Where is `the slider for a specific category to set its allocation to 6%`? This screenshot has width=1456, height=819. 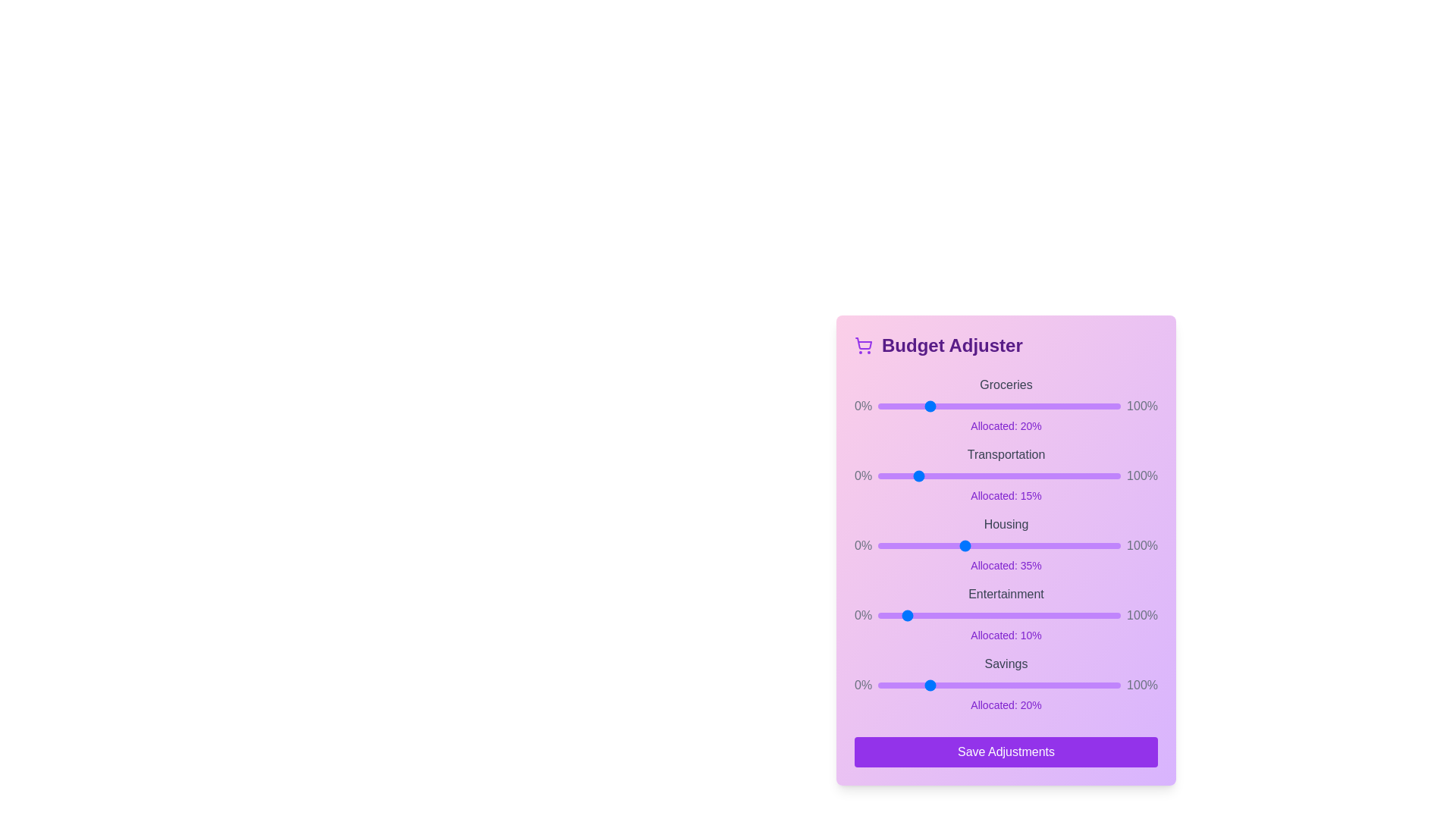 the slider for a specific category to set its allocation to 6% is located at coordinates (893, 406).